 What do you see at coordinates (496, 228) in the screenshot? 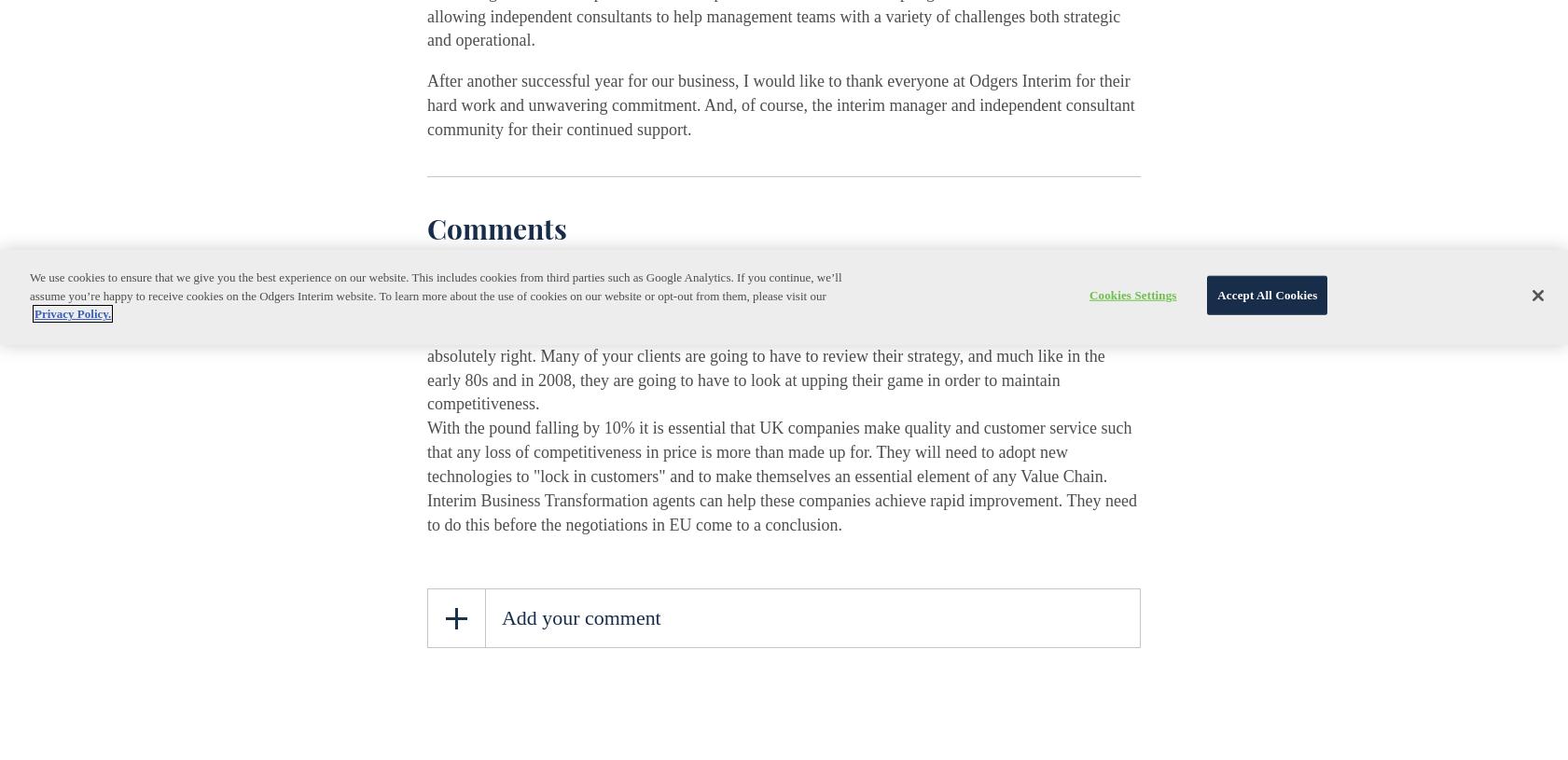
I see `'Comments'` at bounding box center [496, 228].